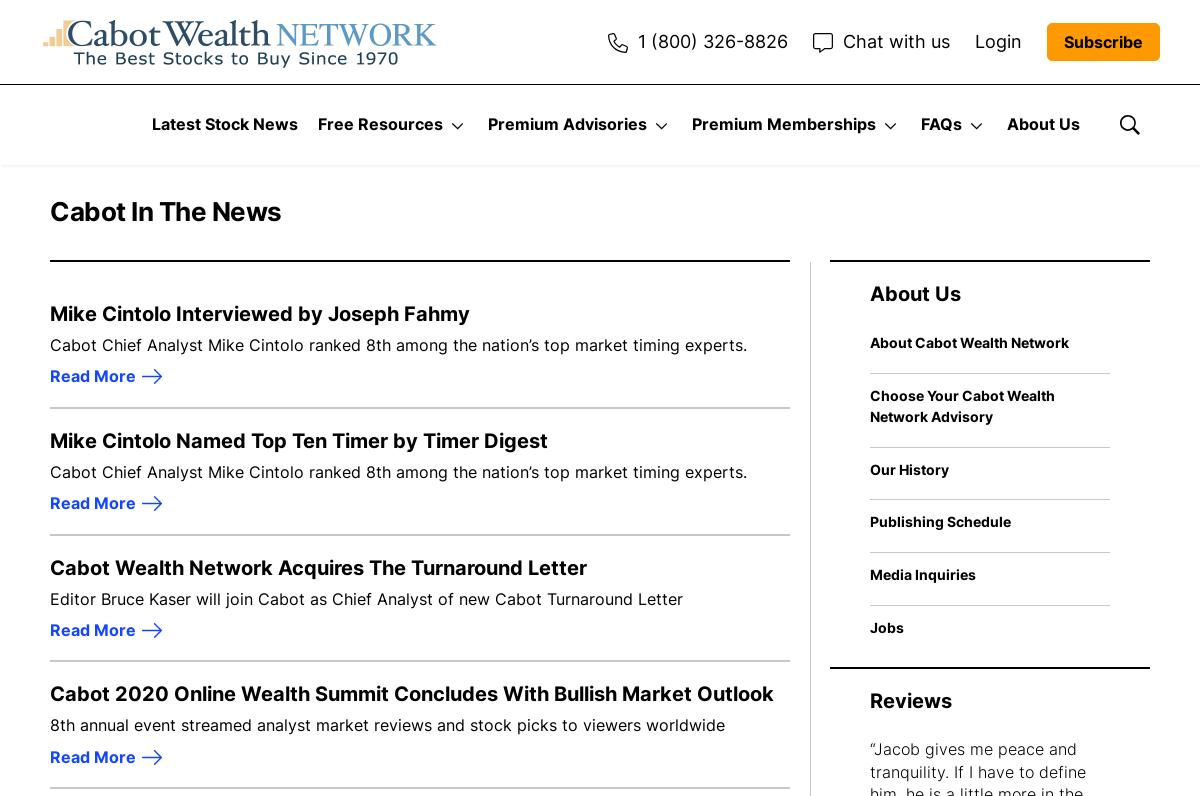  Describe the element at coordinates (1076, 373) in the screenshot. I see `'Cabot Turnaround Letter'` at that location.